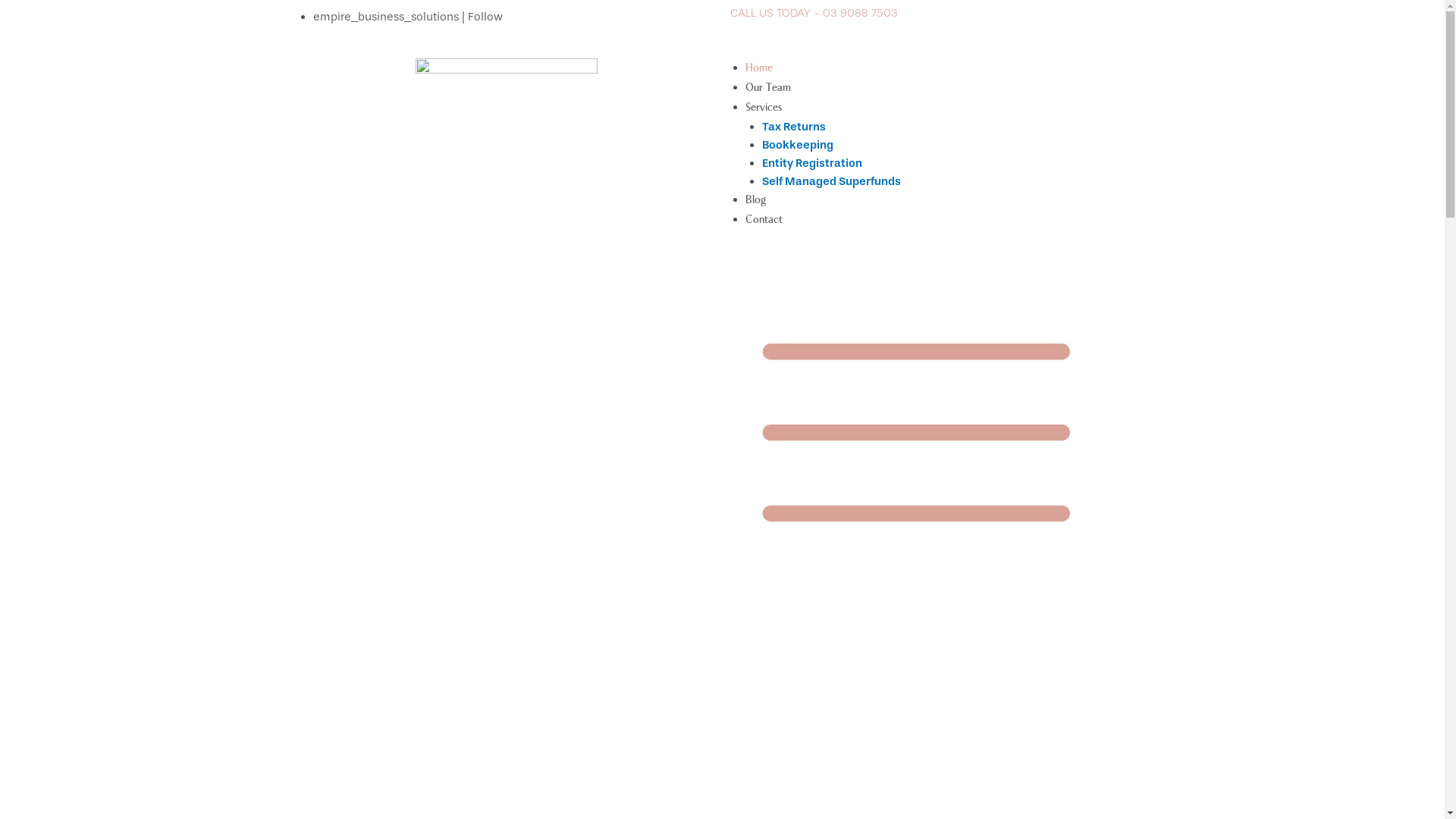 The width and height of the screenshot is (1456, 819). I want to click on 'Blog', so click(755, 199).